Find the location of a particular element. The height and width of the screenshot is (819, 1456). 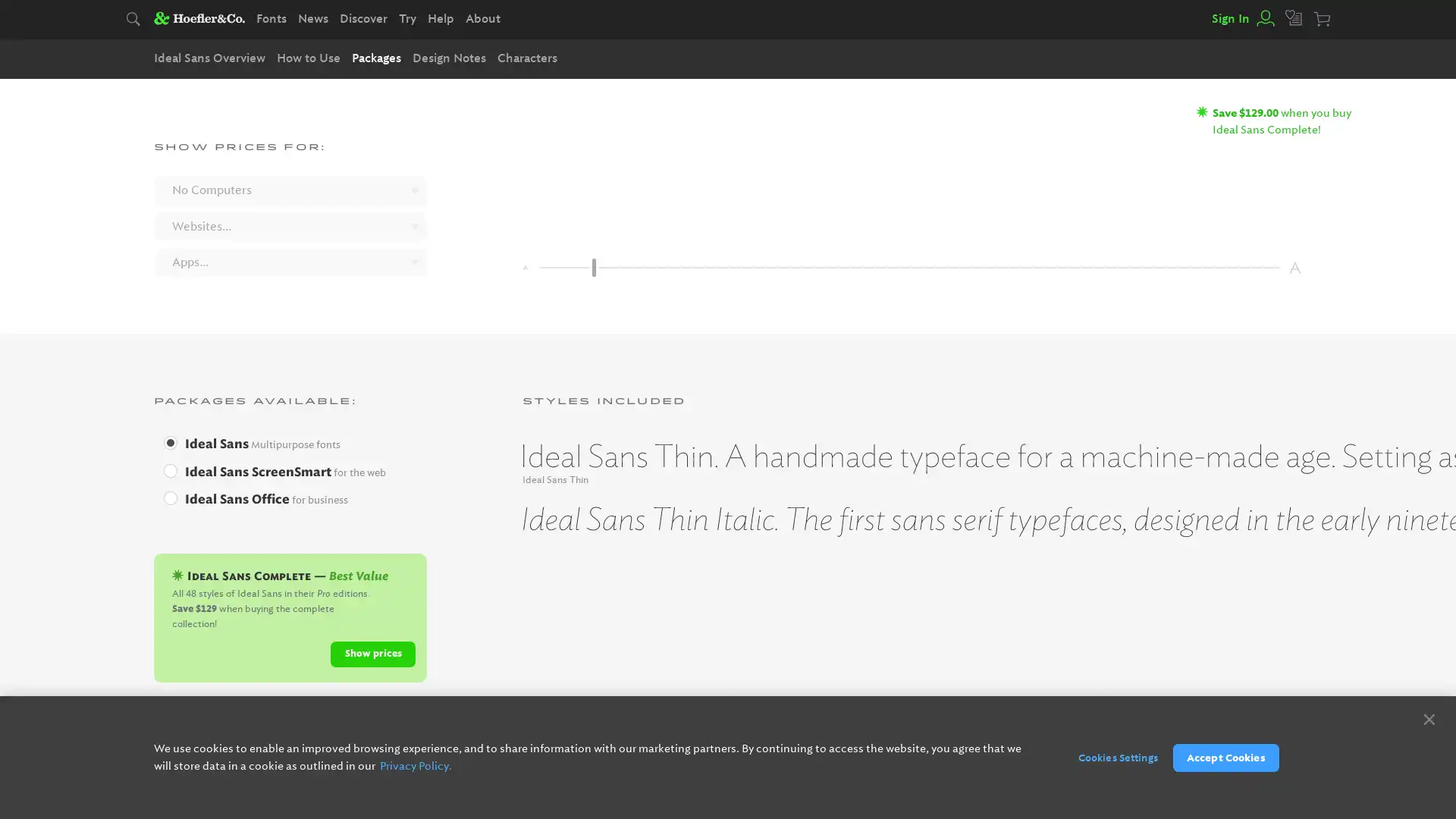

View your favorites is located at coordinates (1294, 18).